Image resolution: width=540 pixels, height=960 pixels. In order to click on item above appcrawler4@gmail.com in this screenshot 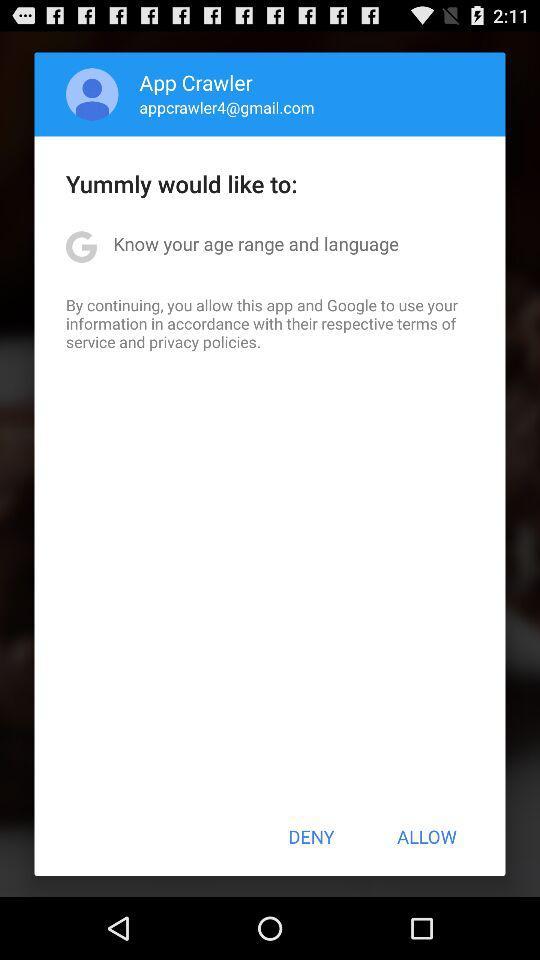, I will do `click(196, 82)`.